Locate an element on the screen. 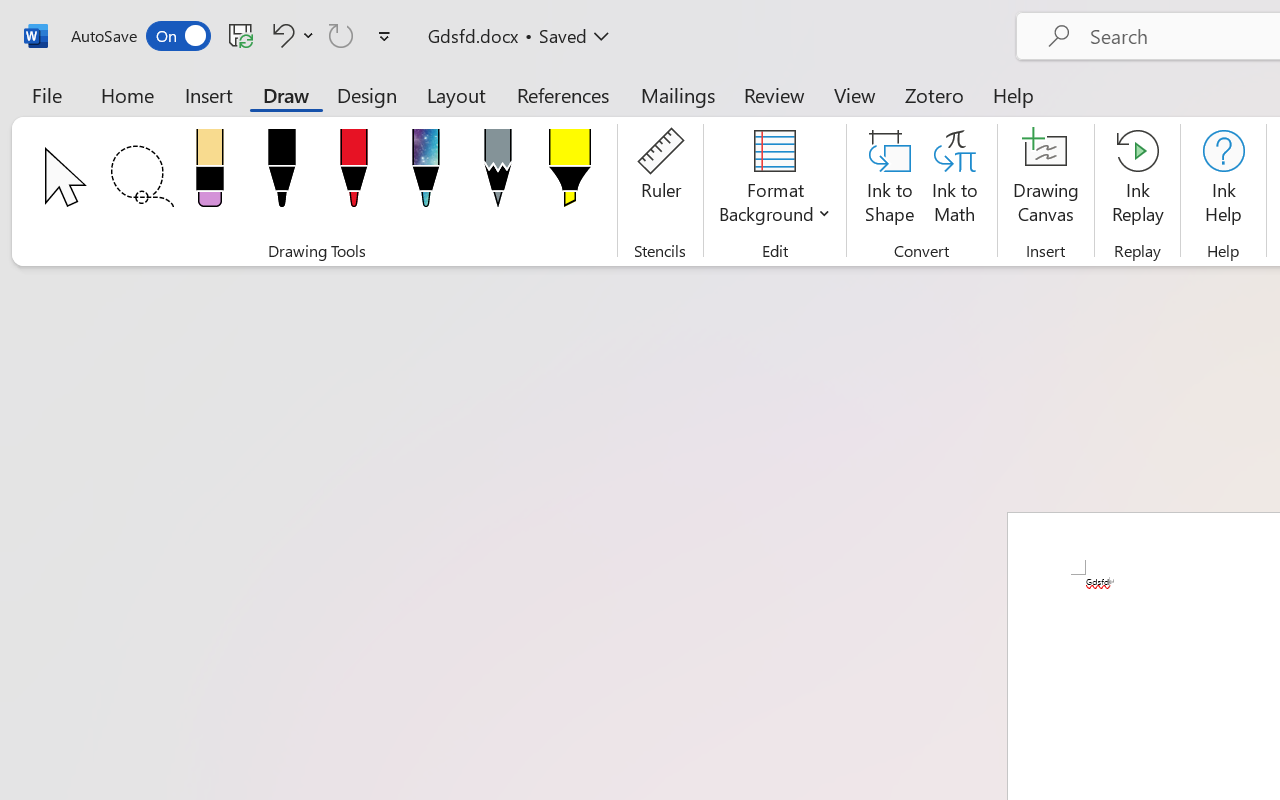 The height and width of the screenshot is (800, 1280). 'Pen: Red, 0.5 mm' is located at coordinates (353, 173).